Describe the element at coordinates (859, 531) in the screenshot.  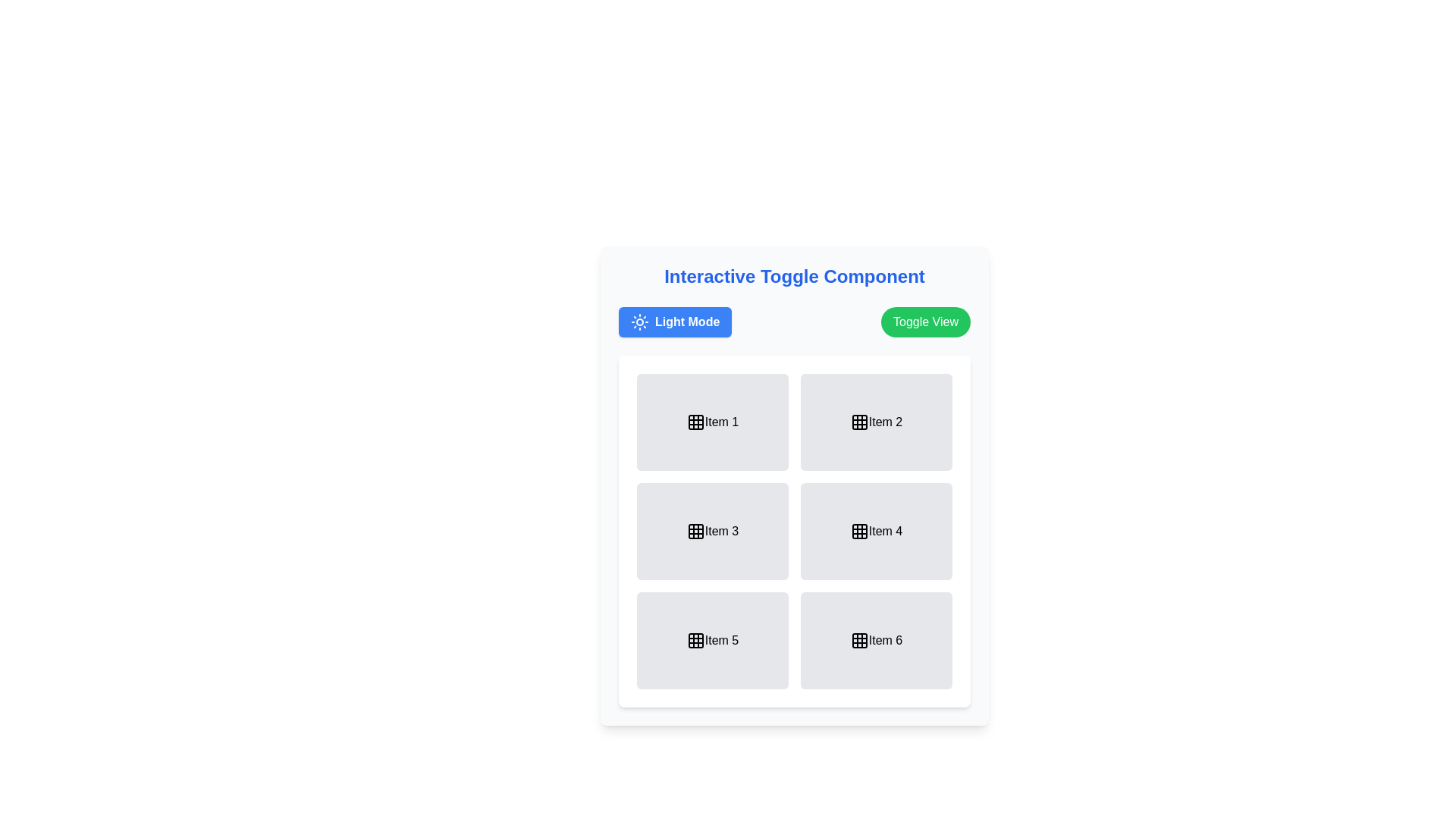
I see `the small grid icon with a 3x3 pattern located centrally within the light gray card labeled 'Item 4'` at that location.